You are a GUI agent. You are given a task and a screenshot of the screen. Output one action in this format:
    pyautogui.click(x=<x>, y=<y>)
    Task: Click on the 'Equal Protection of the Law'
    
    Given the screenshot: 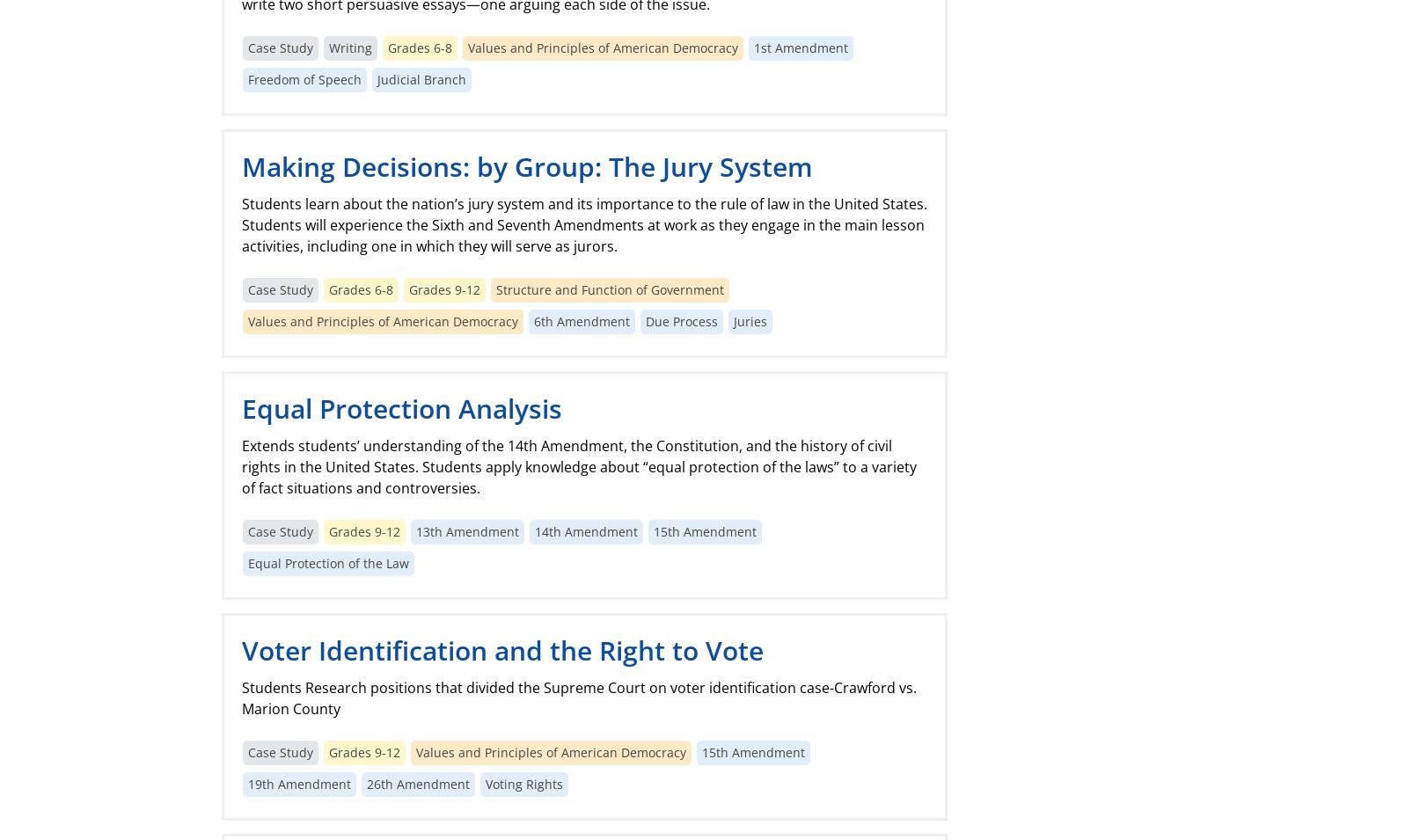 What is the action you would take?
    pyautogui.click(x=246, y=562)
    